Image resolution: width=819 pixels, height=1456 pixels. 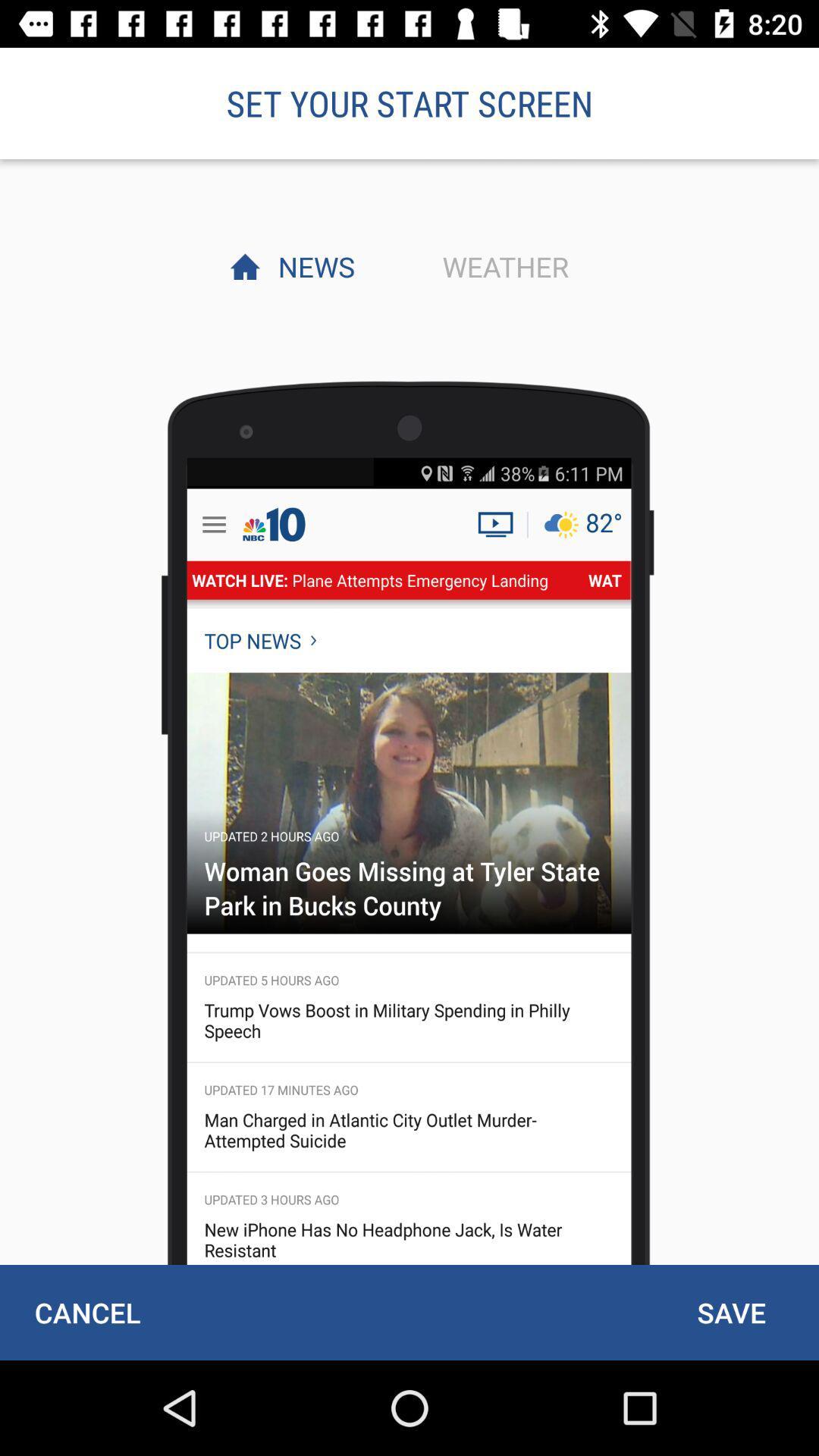 I want to click on the news icon, so click(x=312, y=266).